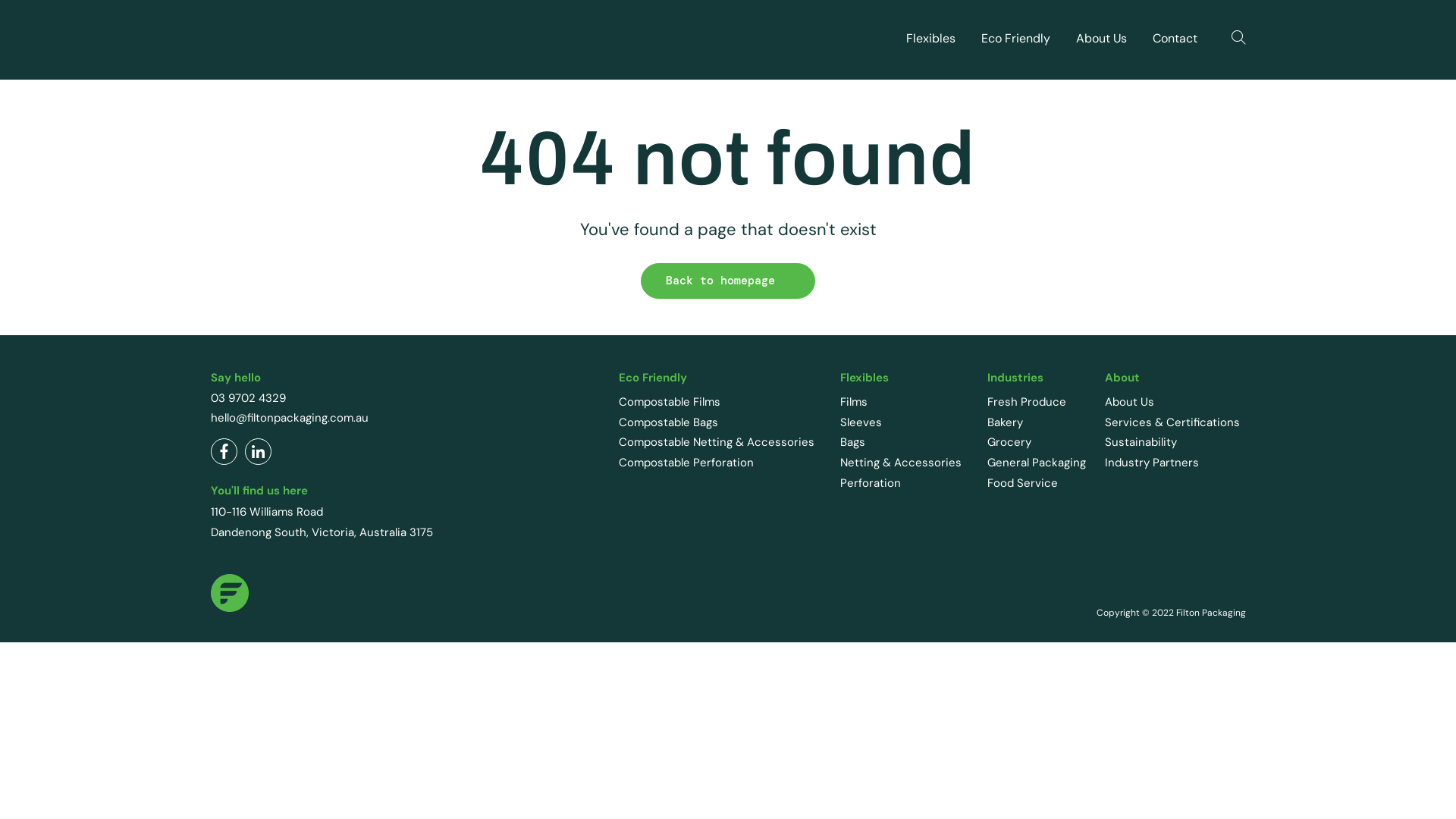 This screenshot has height=819, width=1456. What do you see at coordinates (1105, 422) in the screenshot?
I see `'Services & Certifications'` at bounding box center [1105, 422].